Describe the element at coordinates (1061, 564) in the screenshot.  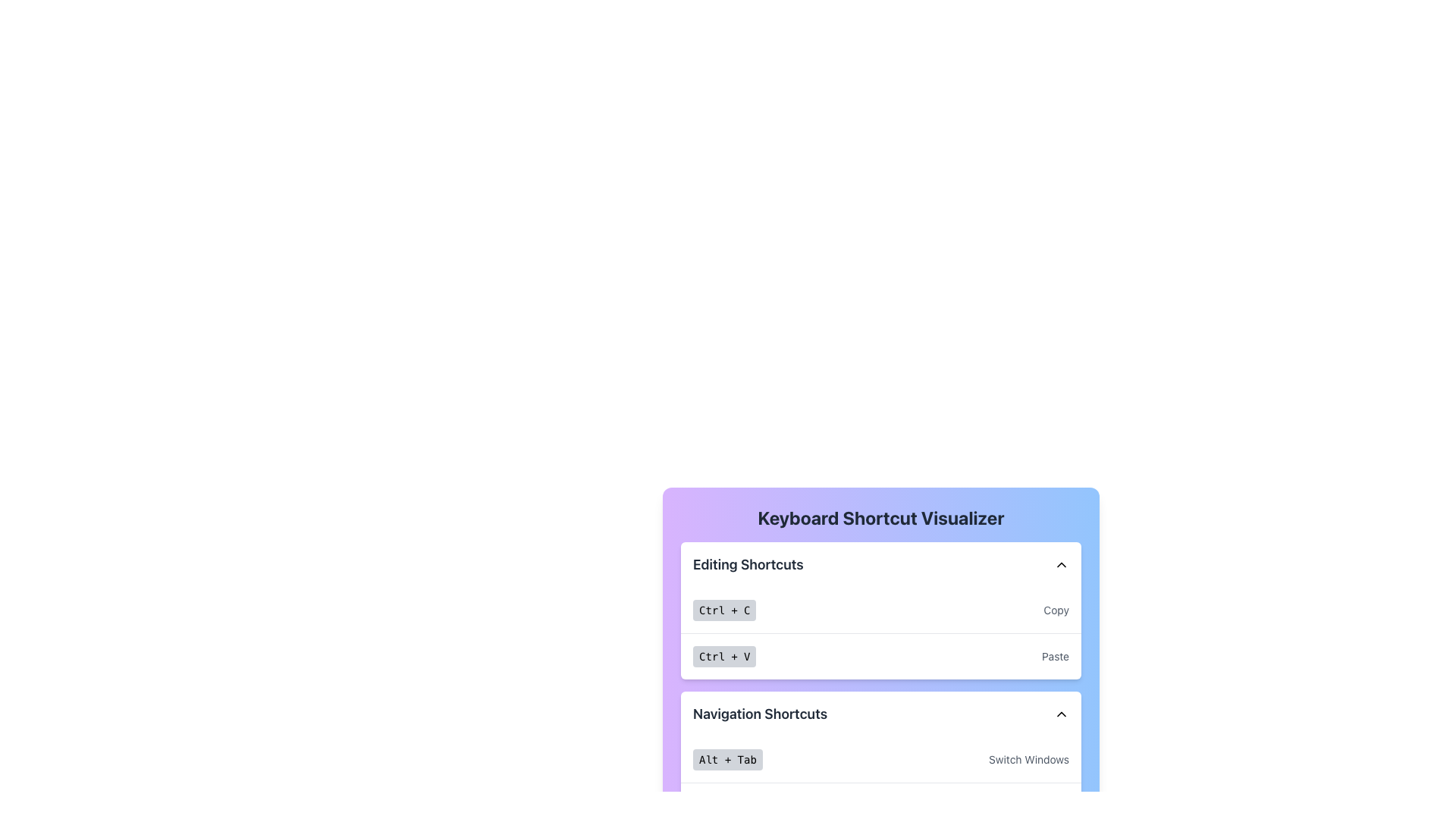
I see `the toggle icon located at the top-right corner of the 'Editing Shortcuts' section to expand or collapse the content` at that location.